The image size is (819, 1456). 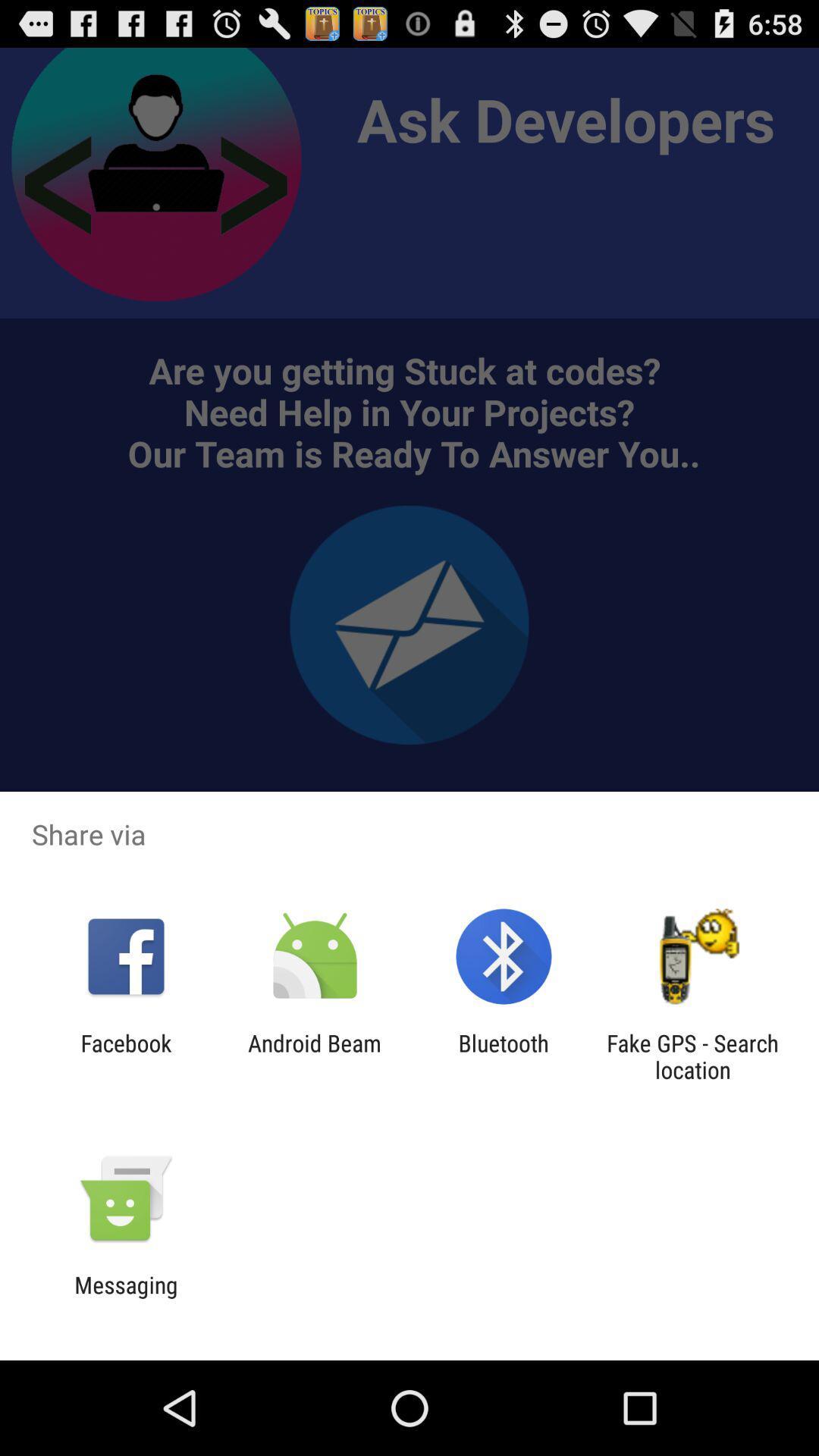 I want to click on the icon to the left of the bluetooth item, so click(x=314, y=1056).